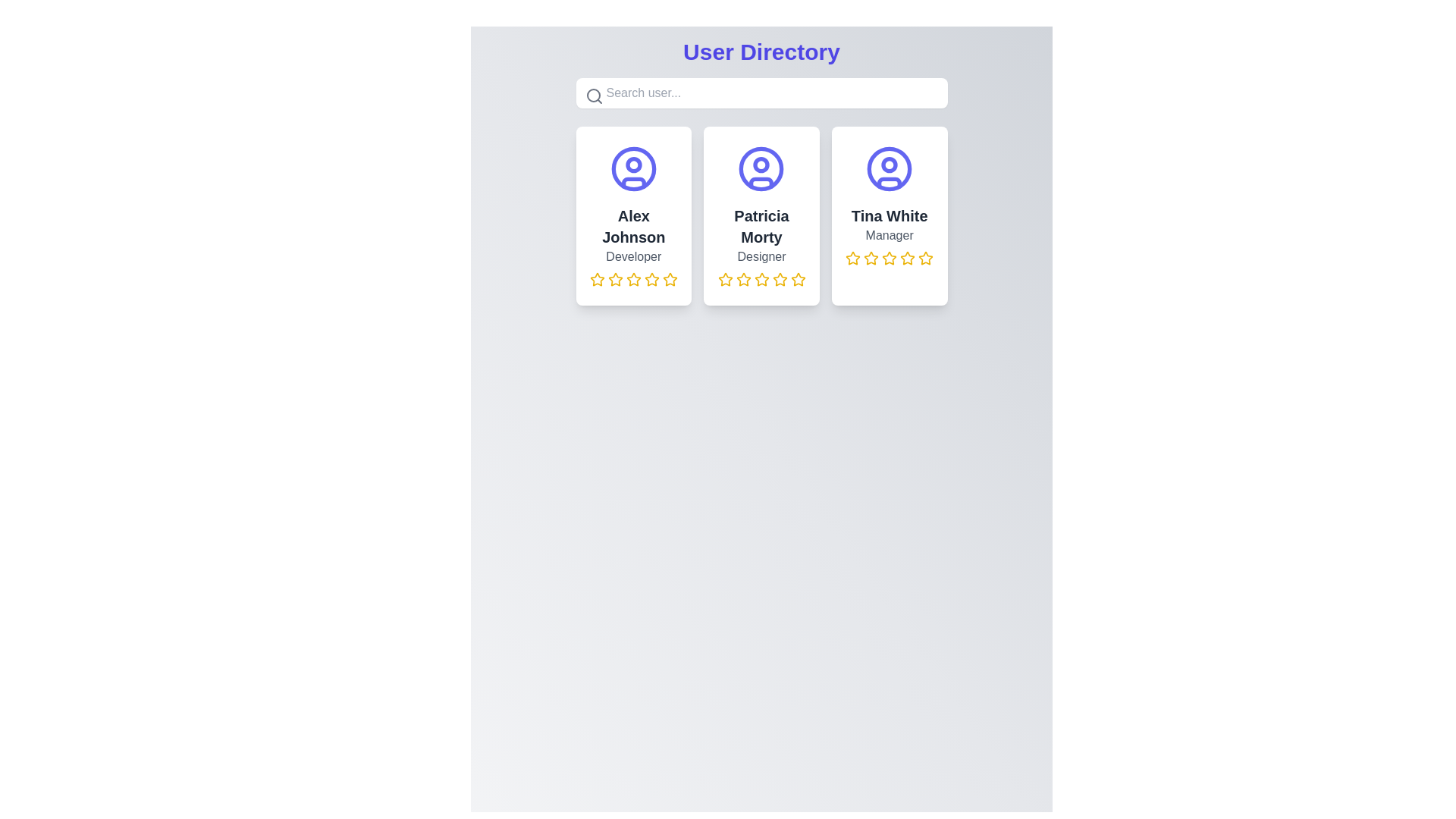  What do you see at coordinates (615, 279) in the screenshot?
I see `the leftmost yellow outlined star icon in the rating system beneath 'Alex Johnson - Developer' to rate it` at bounding box center [615, 279].